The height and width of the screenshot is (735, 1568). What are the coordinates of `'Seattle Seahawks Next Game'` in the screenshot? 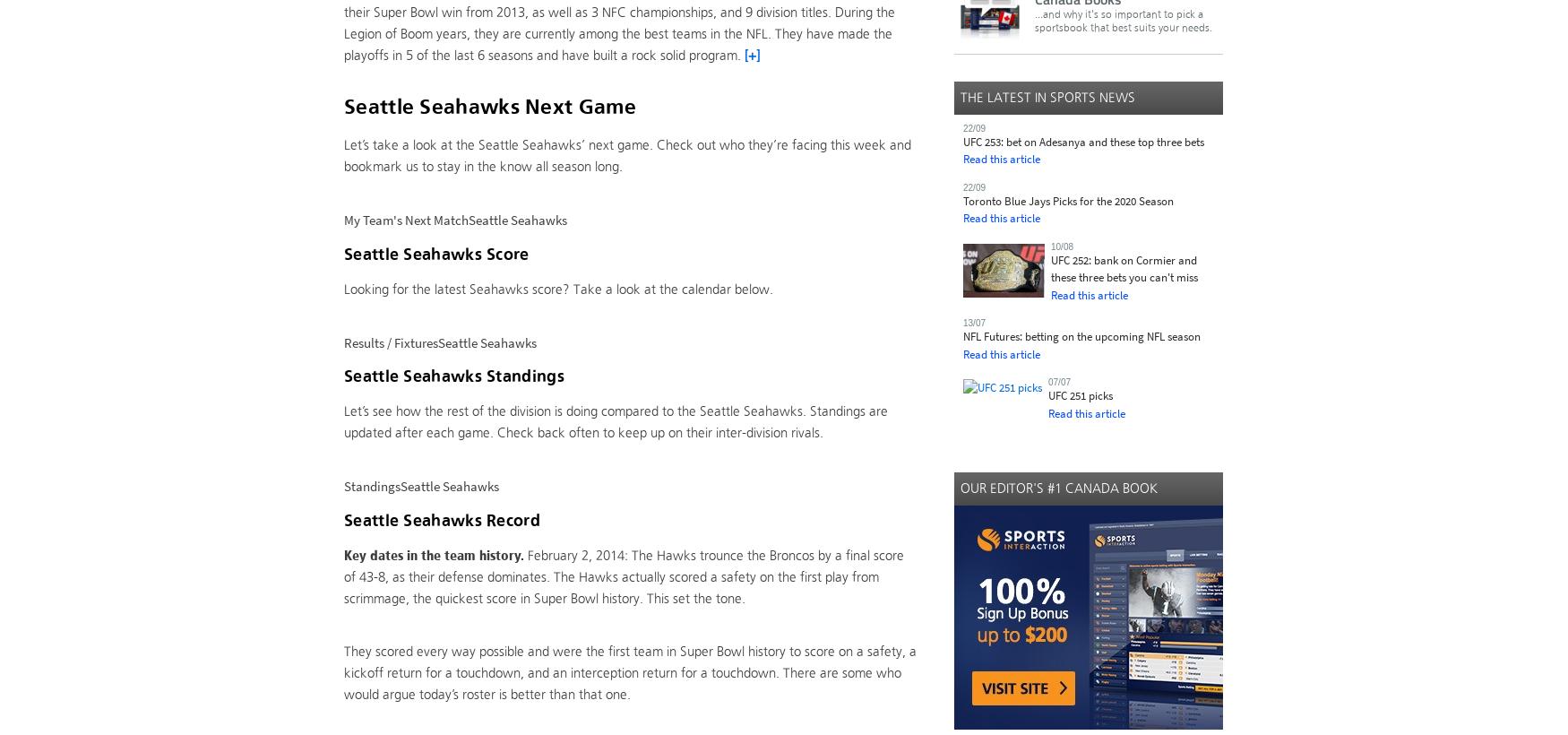 It's located at (488, 105).